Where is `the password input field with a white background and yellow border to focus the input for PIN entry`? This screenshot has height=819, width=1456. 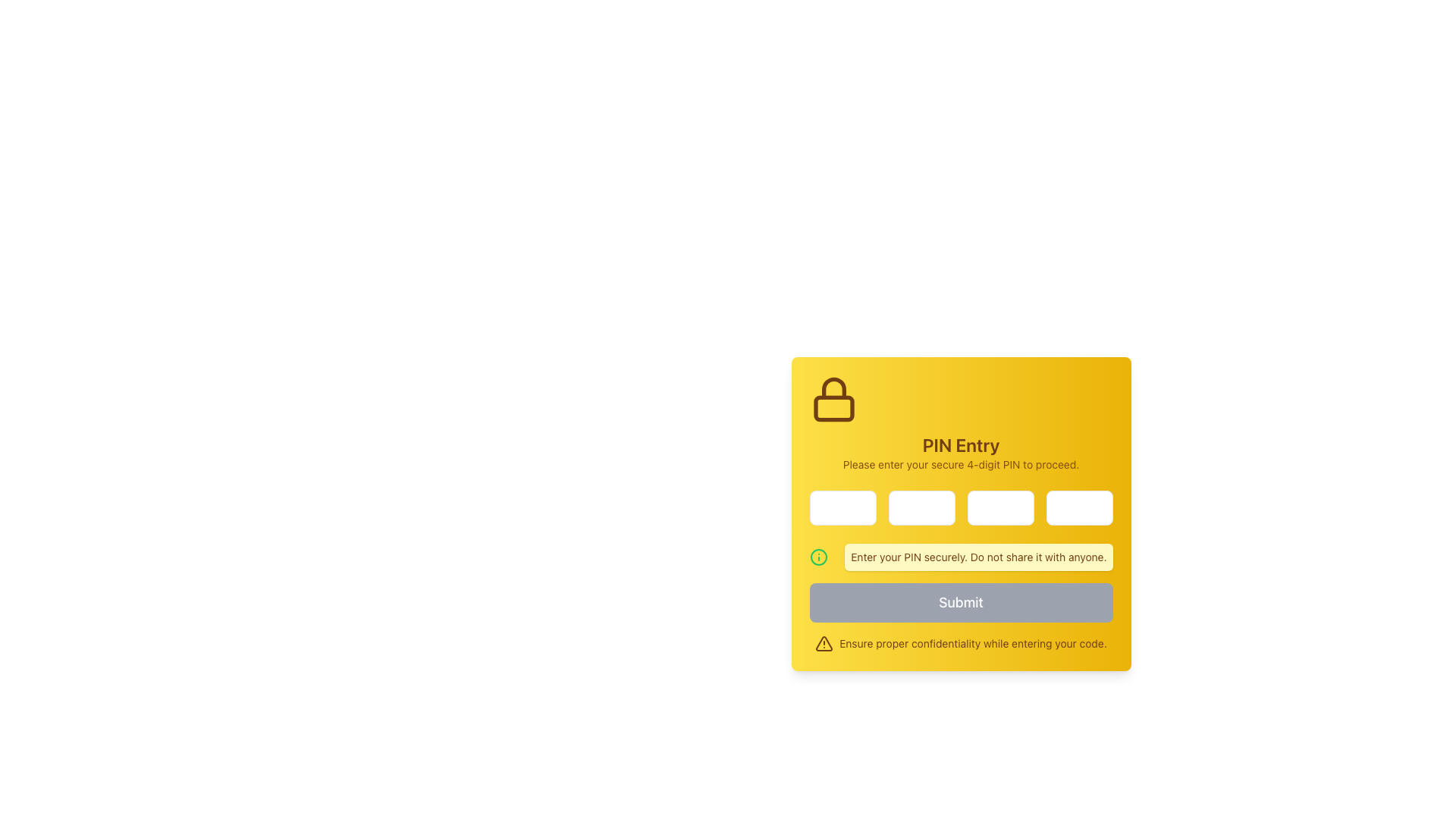 the password input field with a white background and yellow border to focus the input for PIN entry is located at coordinates (842, 508).